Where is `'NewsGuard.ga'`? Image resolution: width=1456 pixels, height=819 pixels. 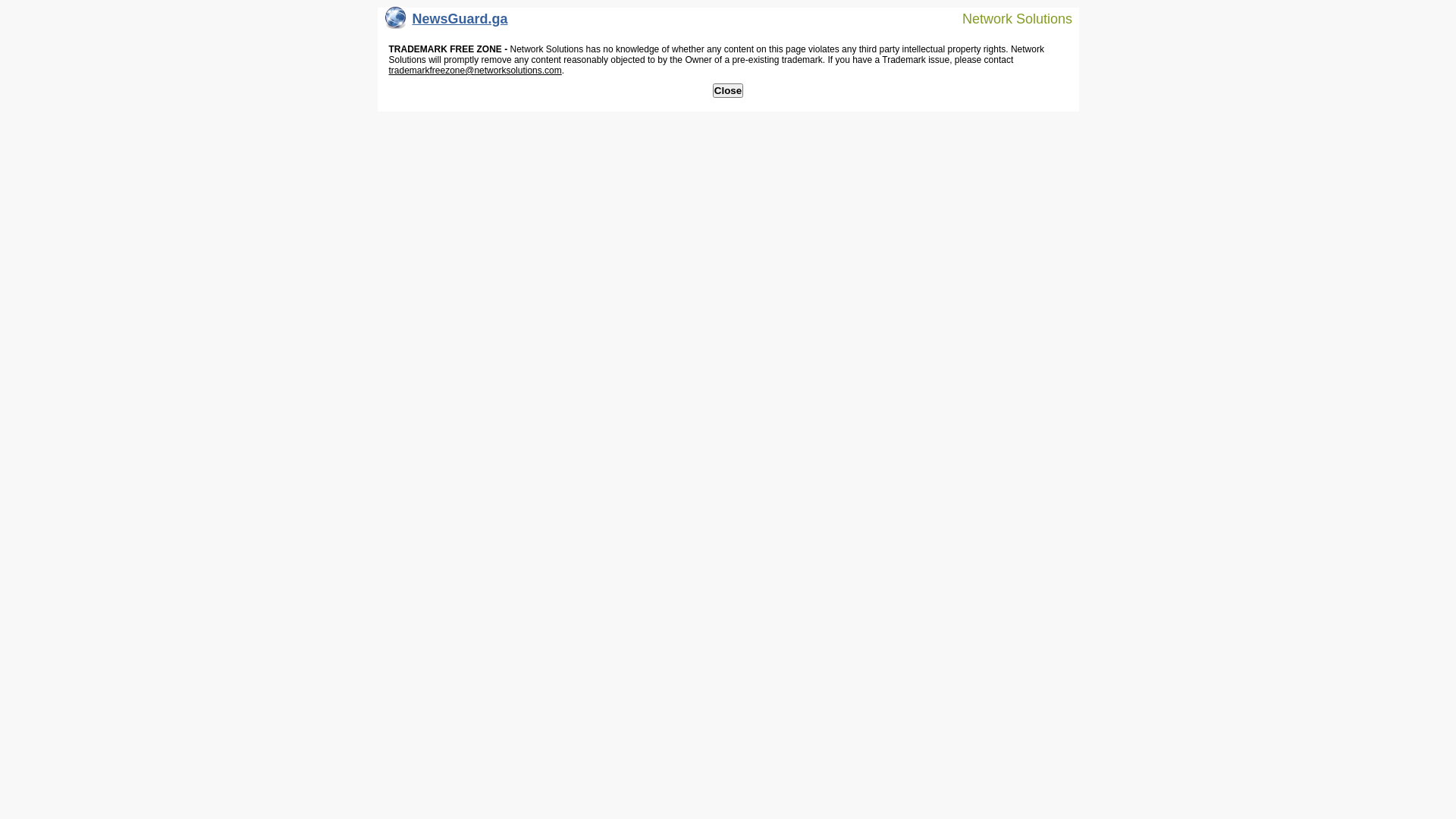
'NewsGuard.ga' is located at coordinates (446, 22).